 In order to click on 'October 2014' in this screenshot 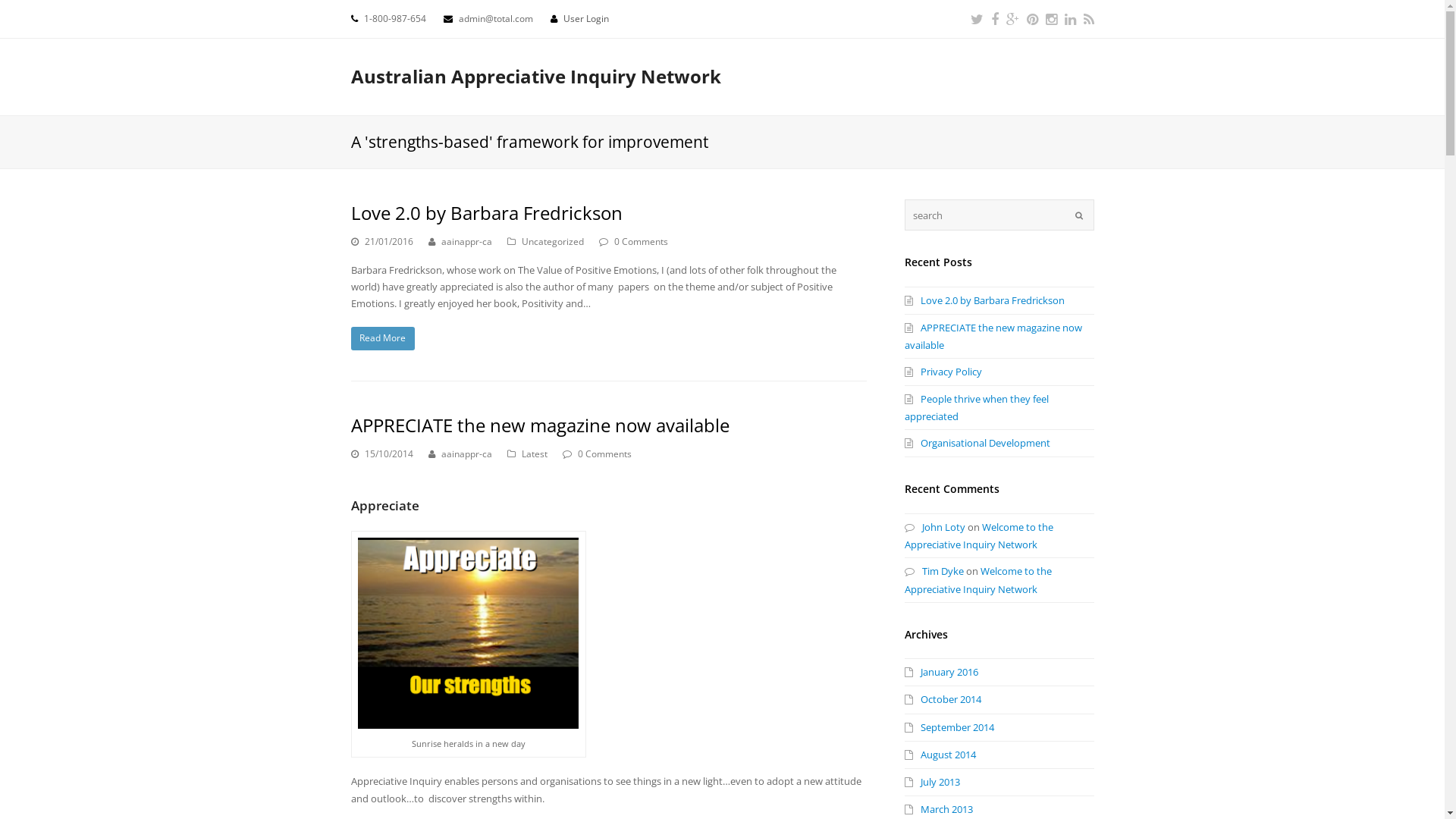, I will do `click(941, 698)`.